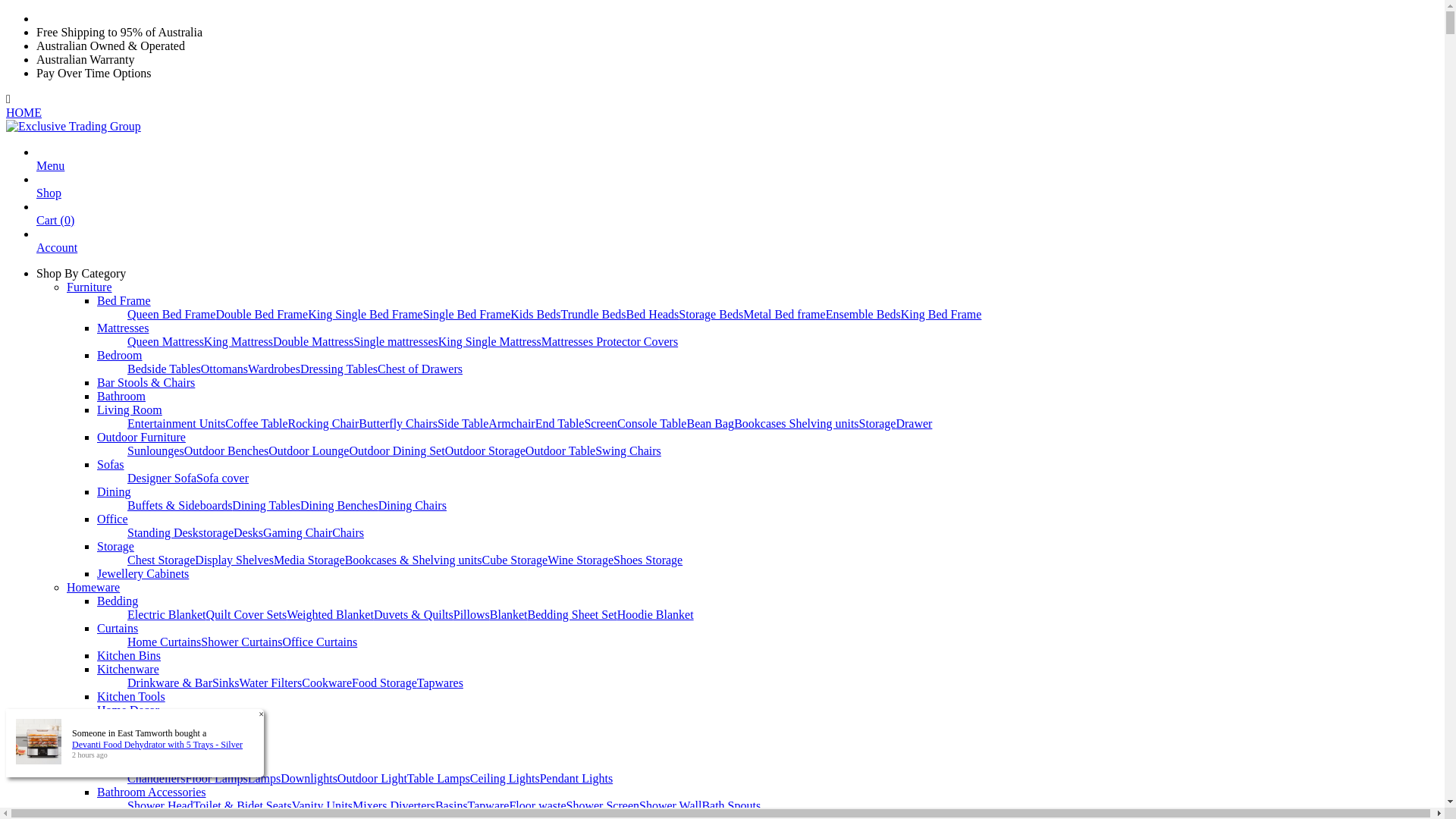  Describe the element at coordinates (651, 423) in the screenshot. I see `'Console Table'` at that location.